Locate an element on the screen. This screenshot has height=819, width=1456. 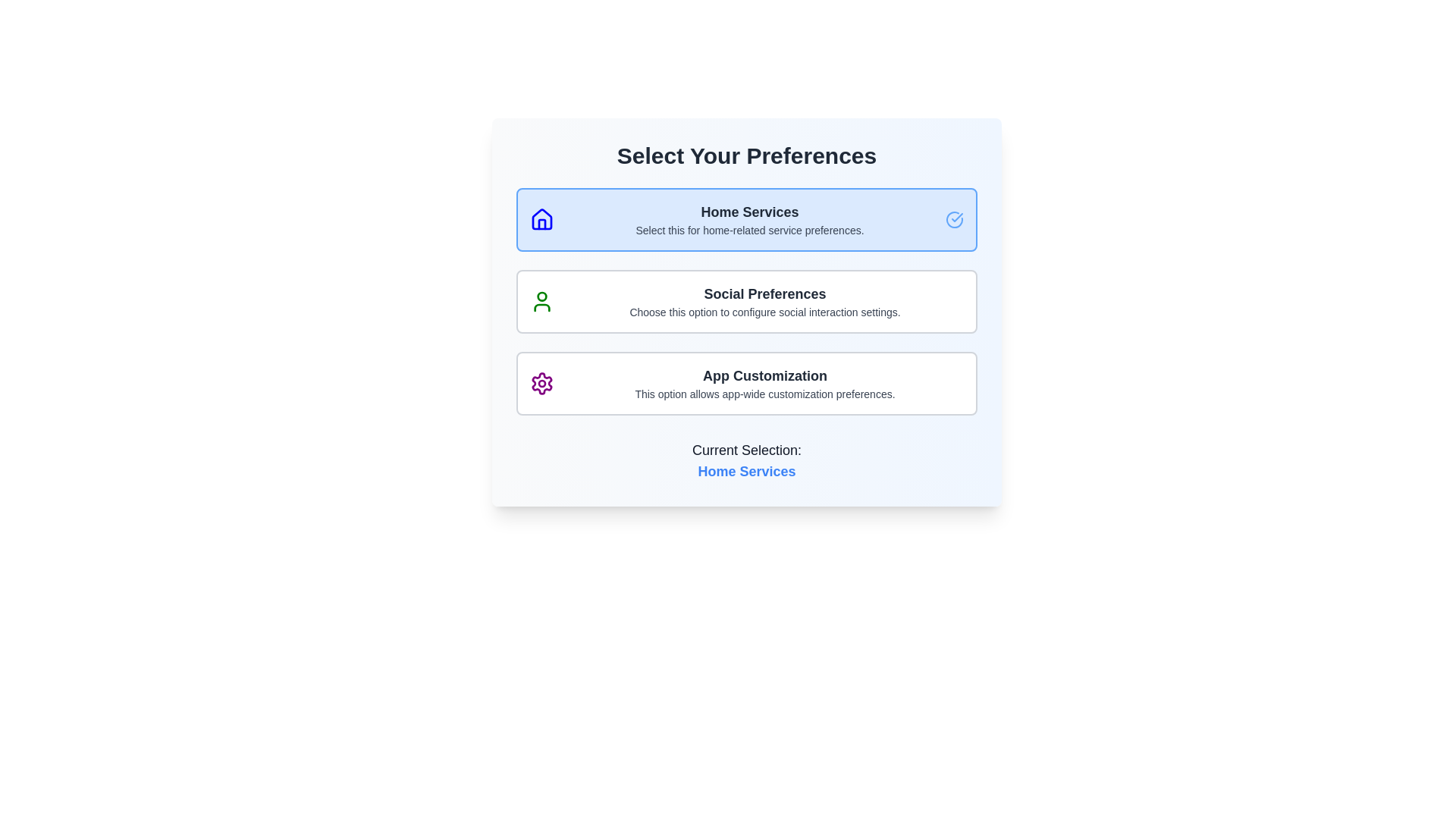
the text heading or label that serves as a section heading within the rounded panel, located at the top and centered horizontally is located at coordinates (746, 155).